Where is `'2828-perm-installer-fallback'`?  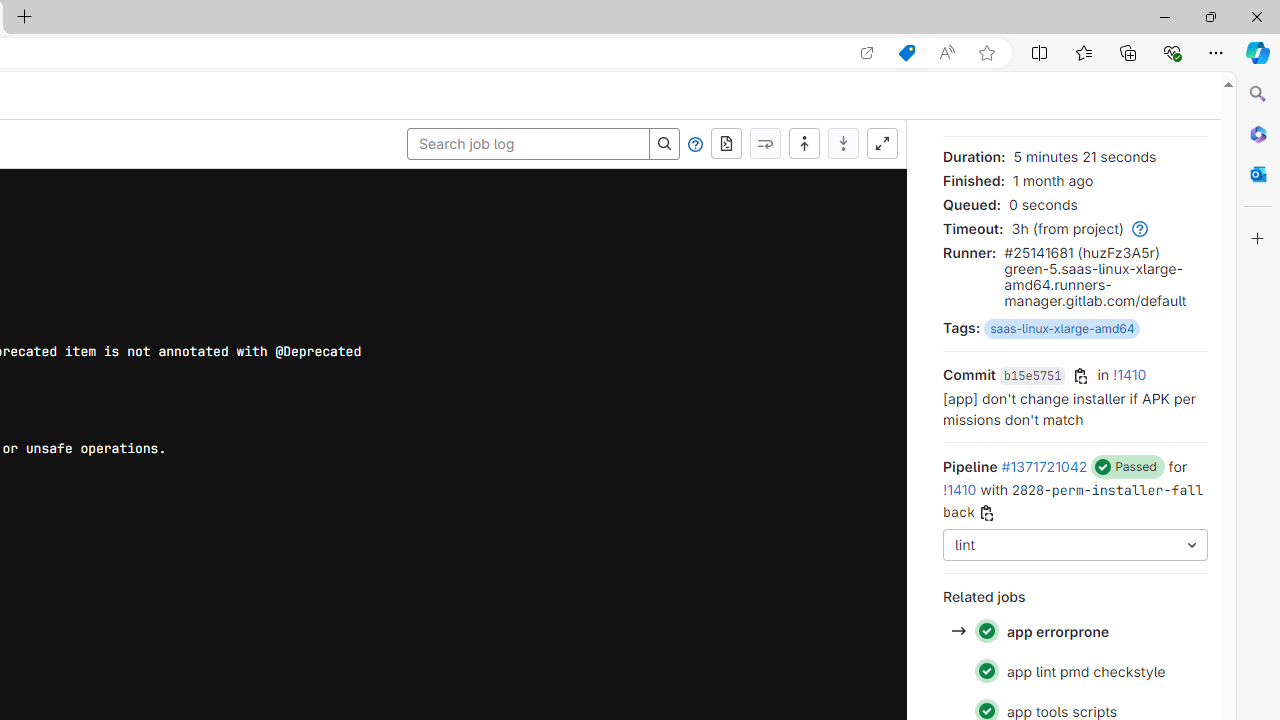
'2828-perm-installer-fallback' is located at coordinates (1072, 500).